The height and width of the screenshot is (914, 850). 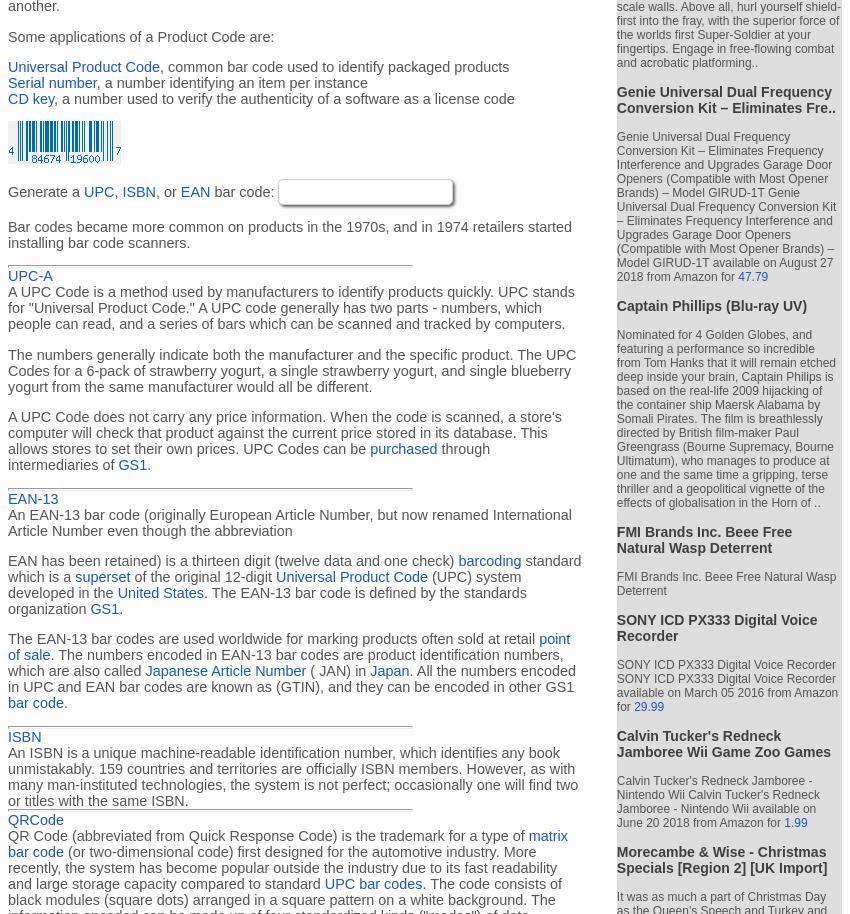 What do you see at coordinates (6, 568) in the screenshot?
I see `'standard which is a'` at bounding box center [6, 568].